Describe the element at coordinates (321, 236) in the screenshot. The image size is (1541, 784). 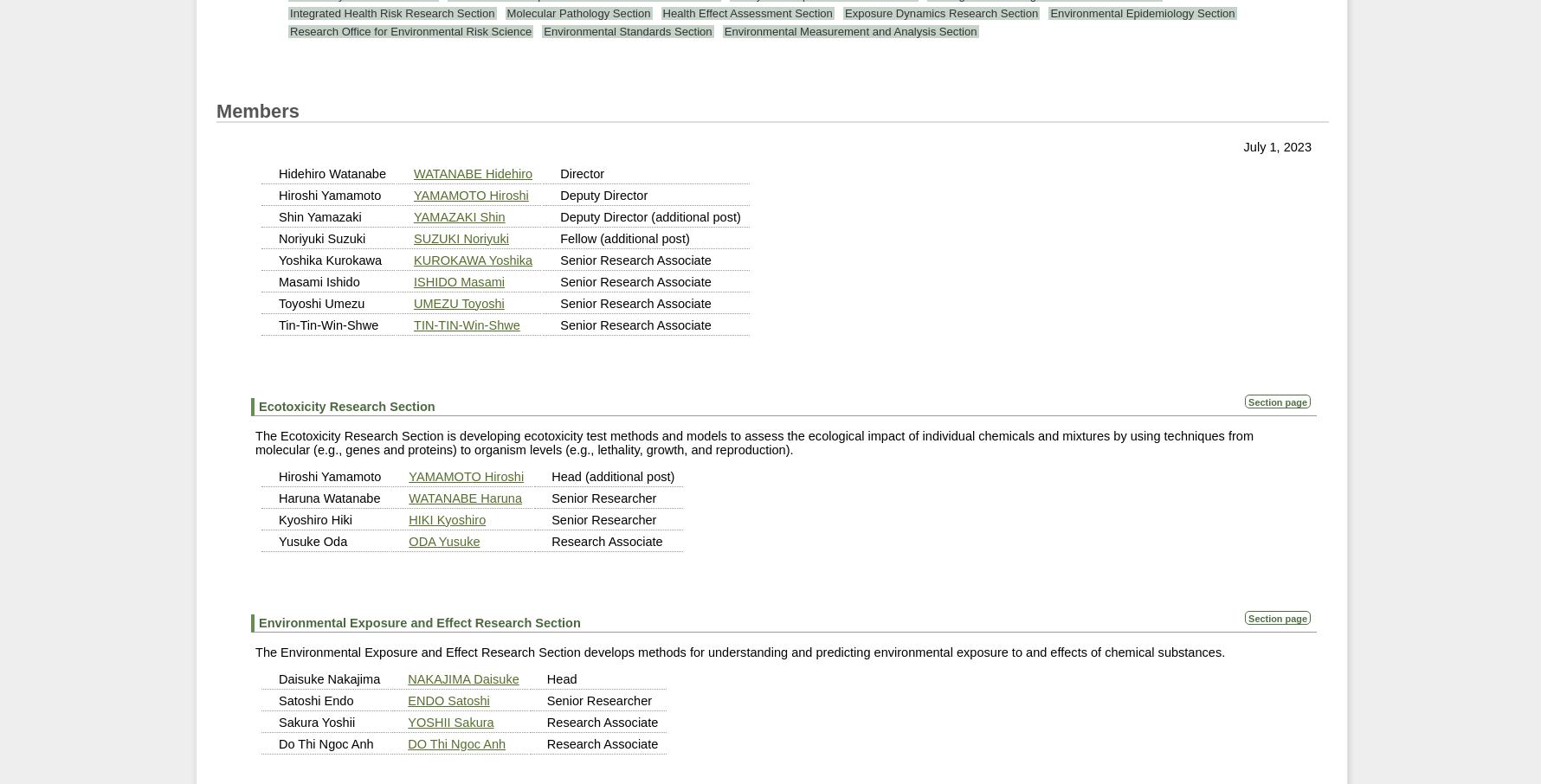
I see `'Noriyuki Suzuki'` at that location.